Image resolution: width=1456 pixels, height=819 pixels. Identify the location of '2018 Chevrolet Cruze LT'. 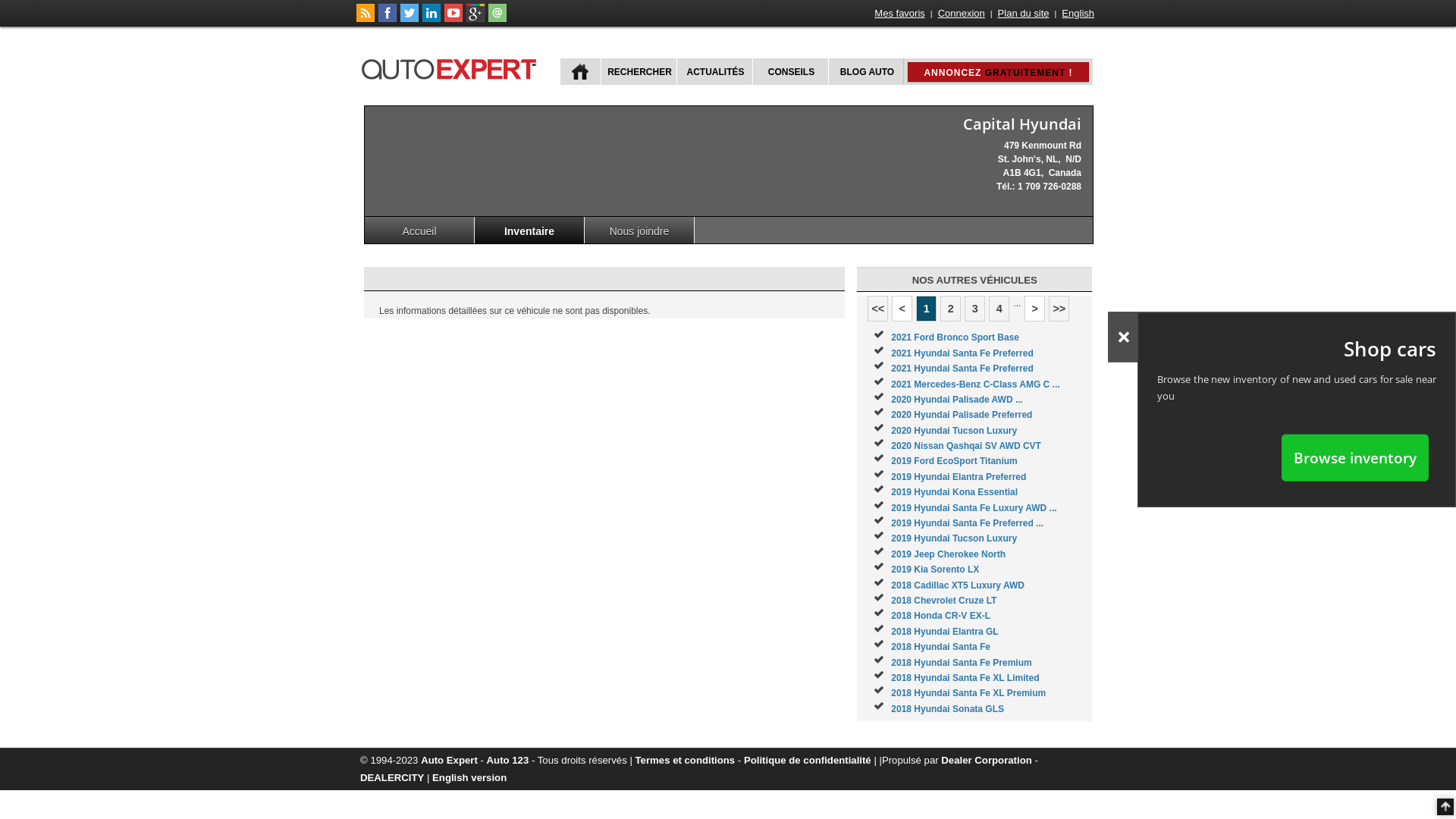
(943, 599).